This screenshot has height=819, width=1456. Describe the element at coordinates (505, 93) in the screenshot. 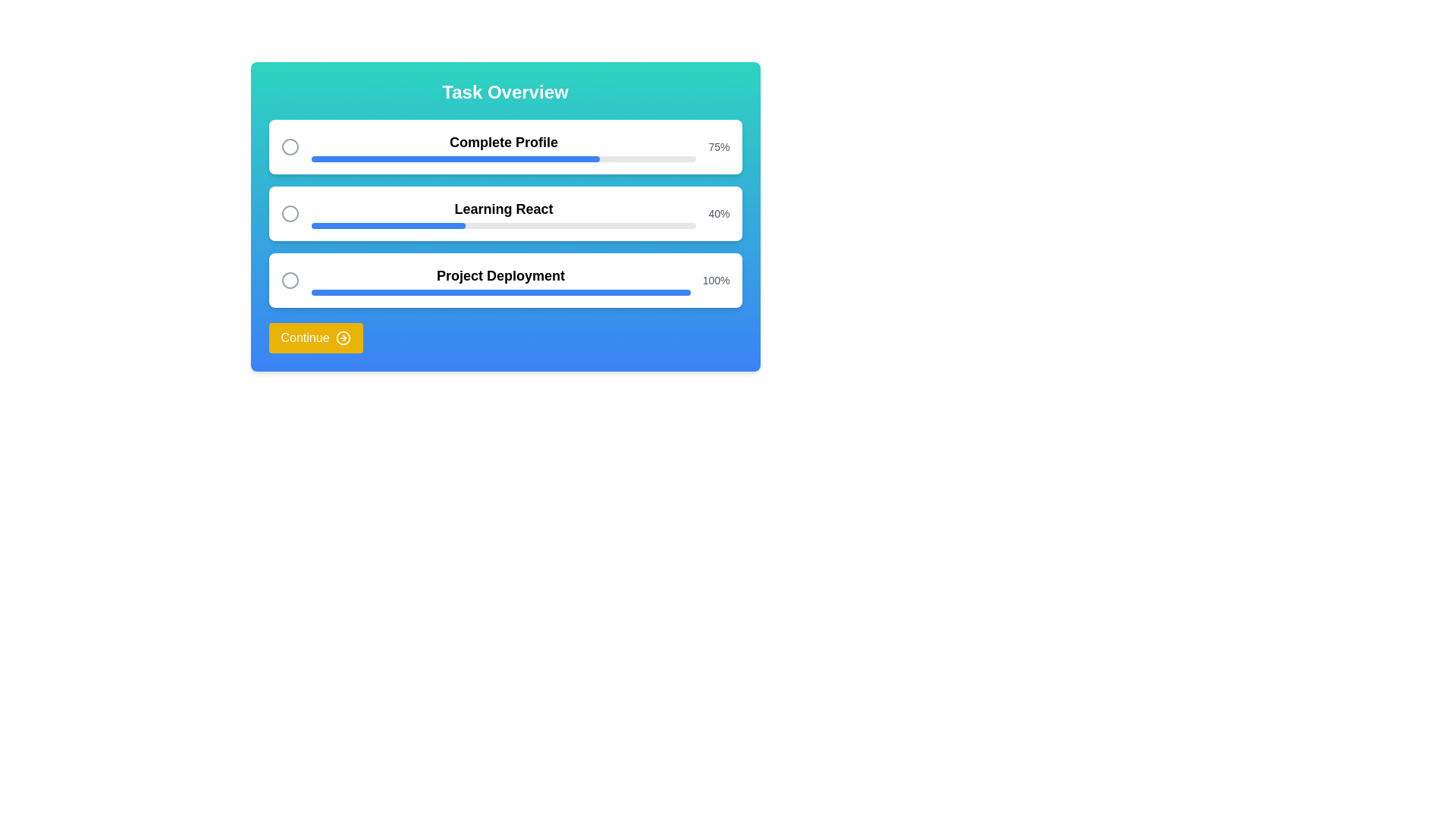

I see `title header element located at the top center of the section, which provides an overview context for the content below` at that location.